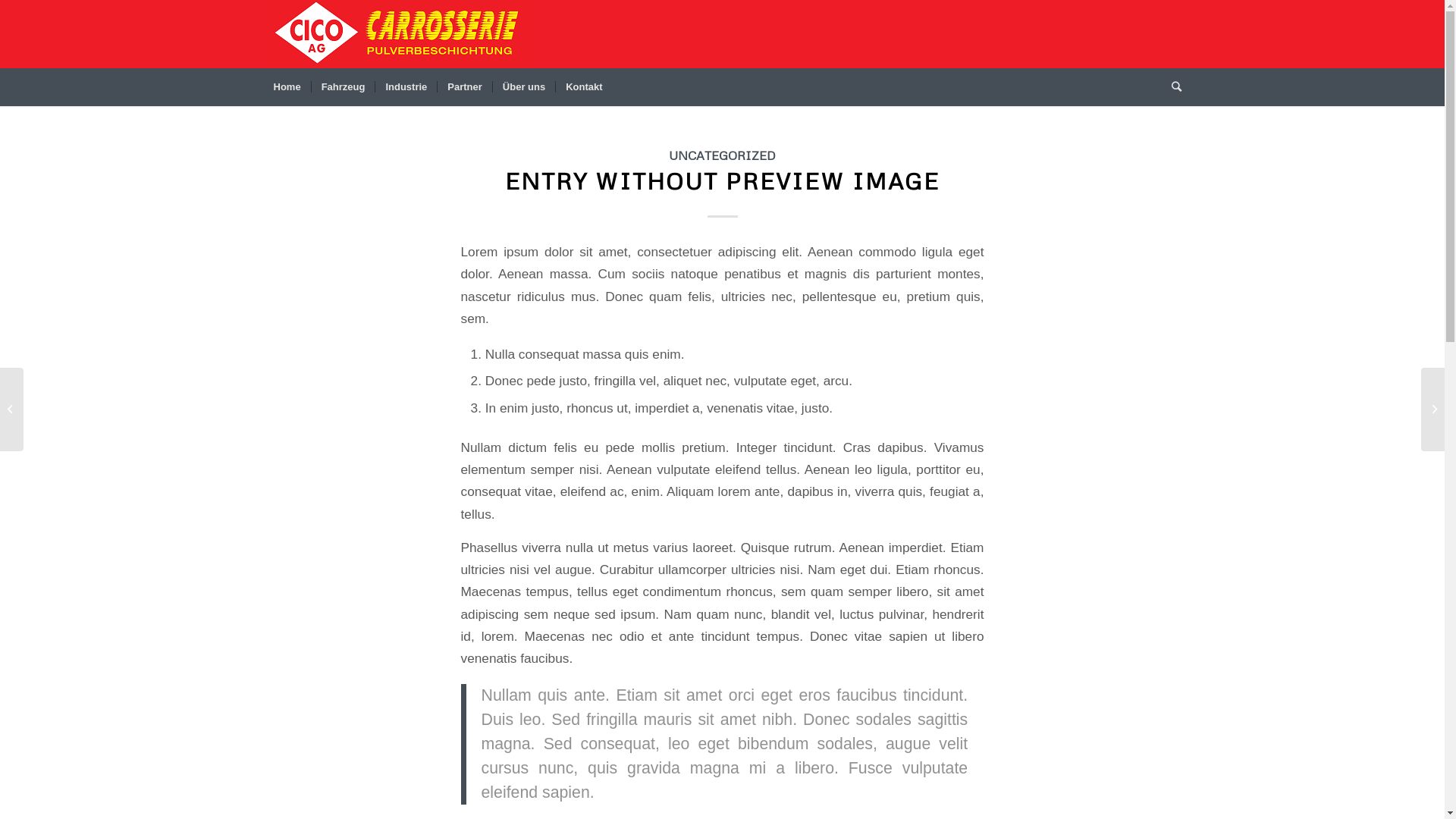 This screenshot has height=819, width=1456. What do you see at coordinates (342, 87) in the screenshot?
I see `'Fahrzeug'` at bounding box center [342, 87].